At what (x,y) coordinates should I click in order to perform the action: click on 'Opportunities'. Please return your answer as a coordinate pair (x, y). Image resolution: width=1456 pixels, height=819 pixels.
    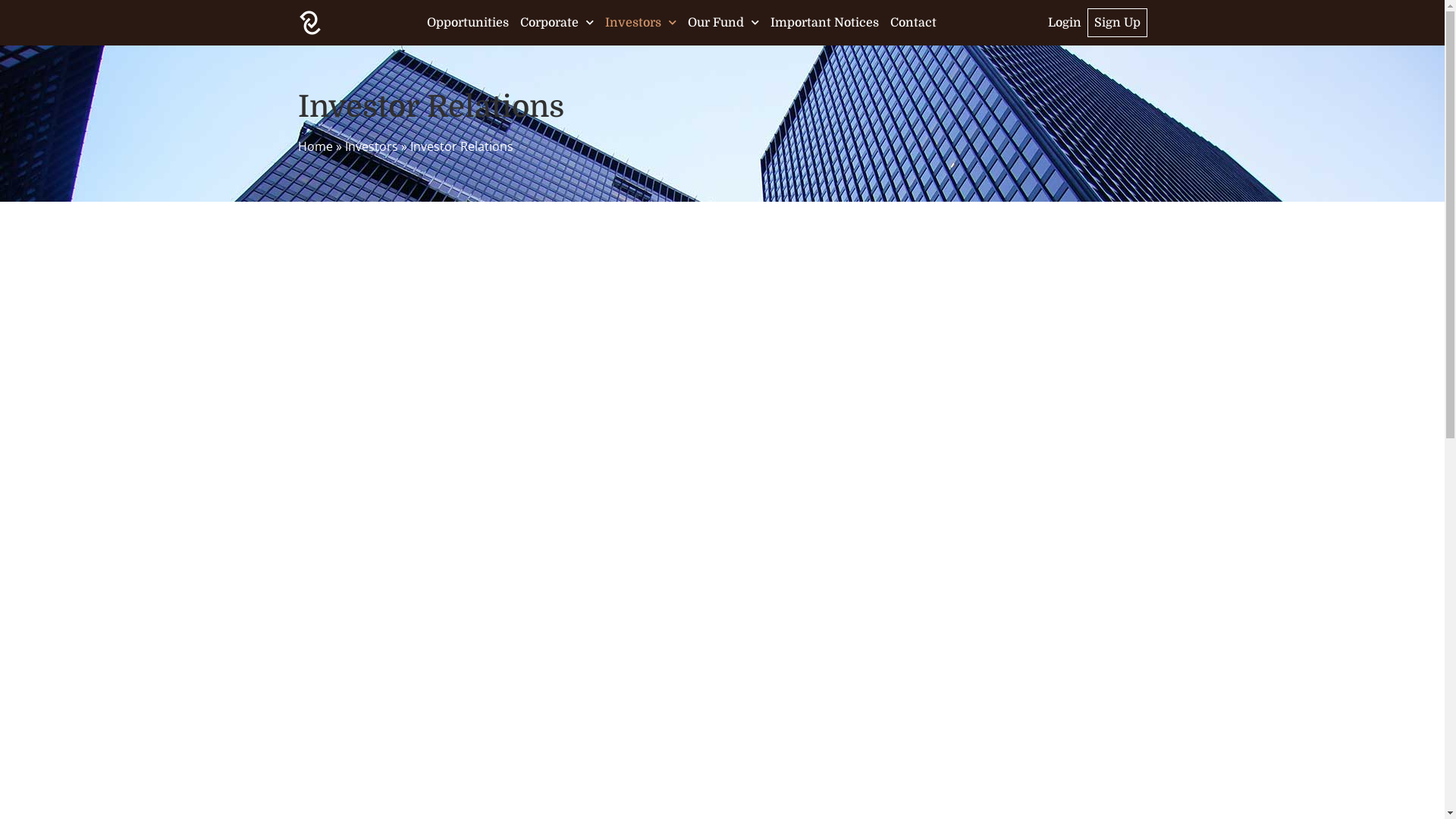
    Looking at the image, I should click on (467, 23).